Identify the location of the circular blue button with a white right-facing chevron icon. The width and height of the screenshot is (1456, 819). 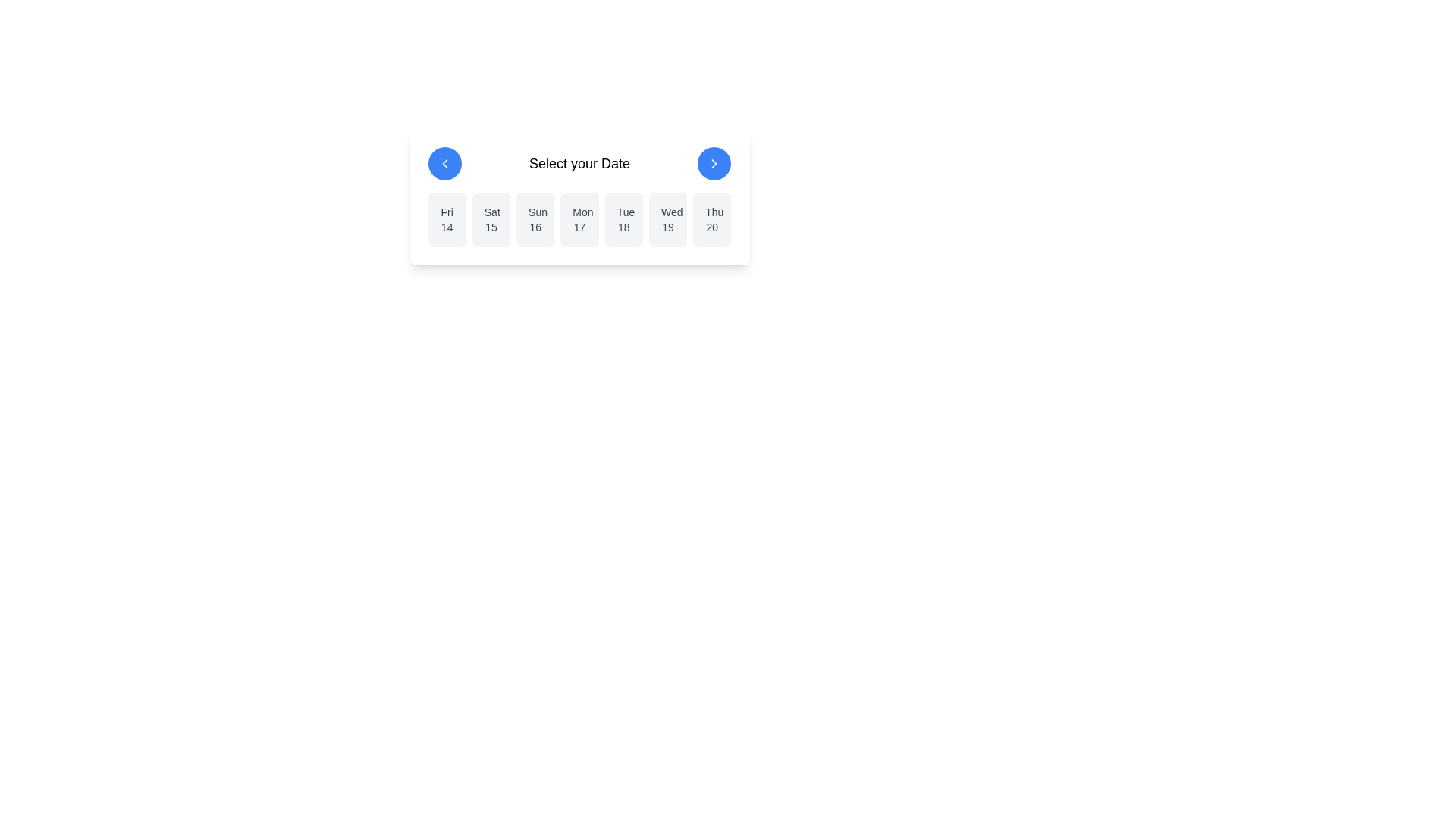
(714, 164).